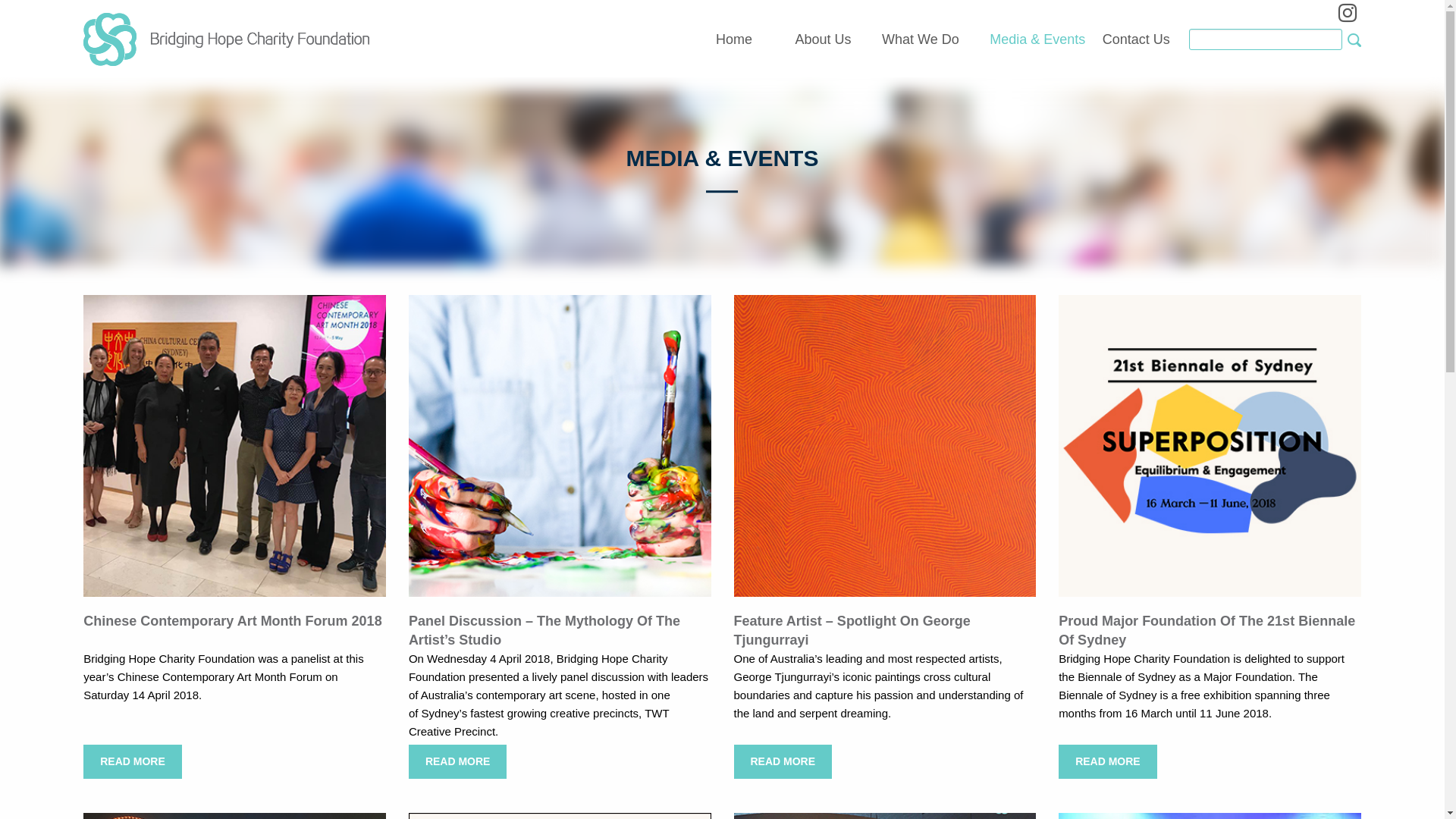 The height and width of the screenshot is (819, 1456). What do you see at coordinates (1266, 39) in the screenshot?
I see `'Search for:'` at bounding box center [1266, 39].